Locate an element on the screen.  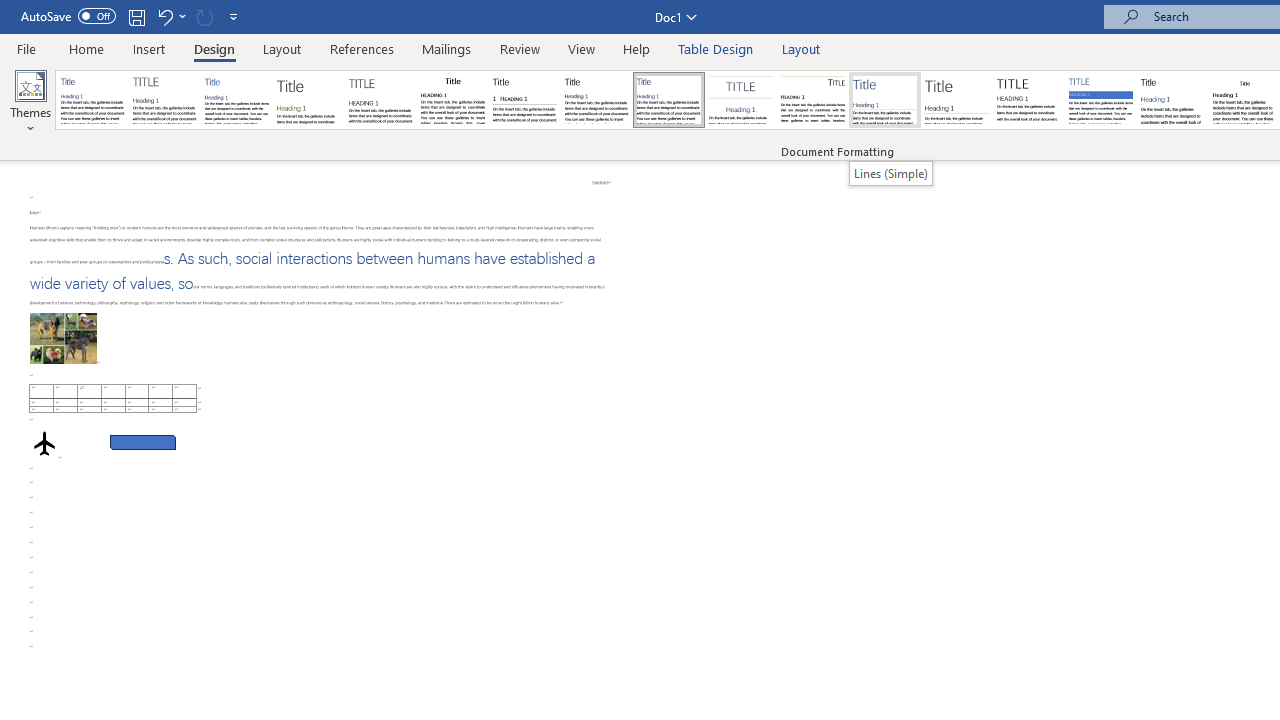
'Themes' is located at coordinates (30, 103).